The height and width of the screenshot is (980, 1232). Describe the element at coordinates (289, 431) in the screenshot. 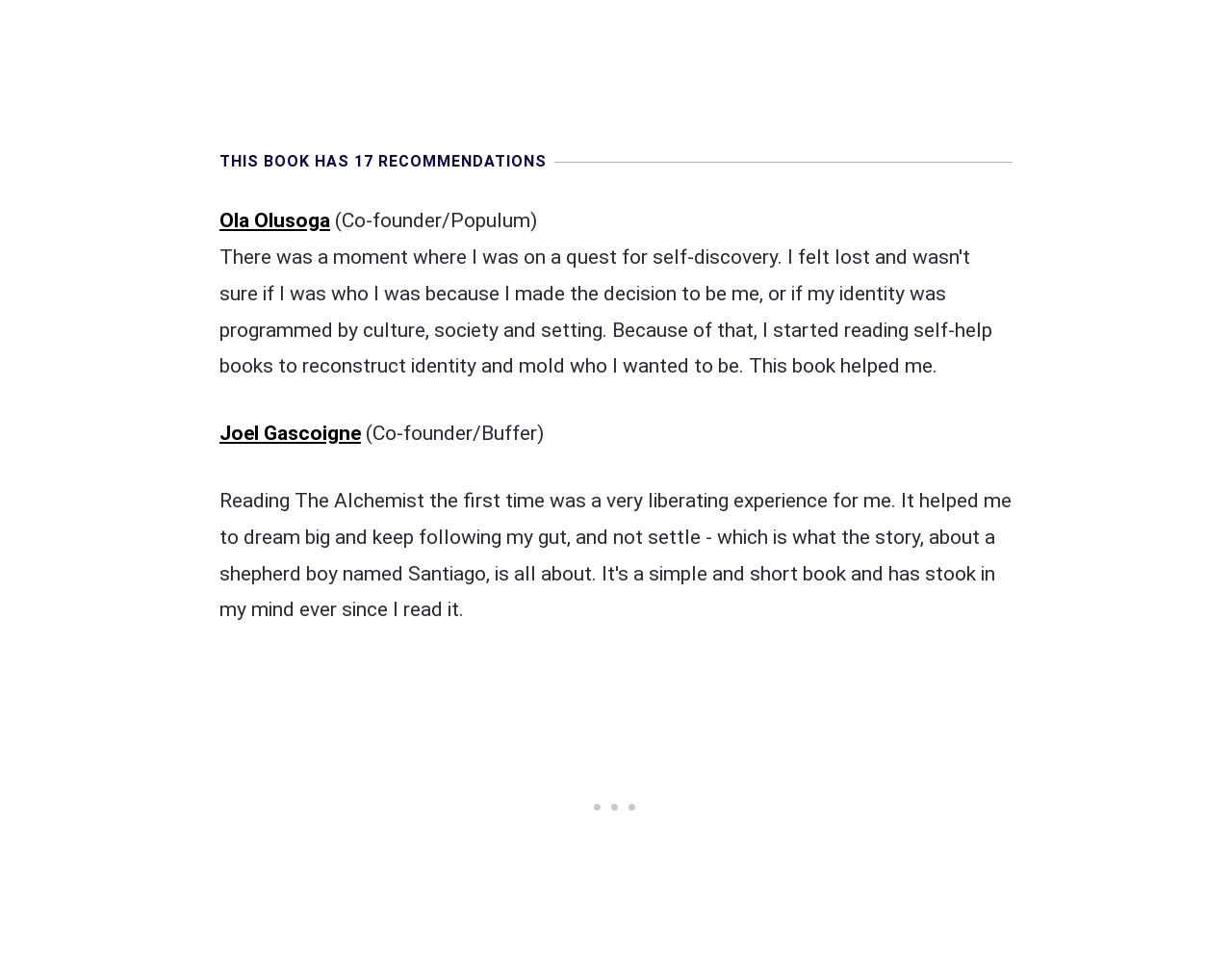

I see `'Joel Gascoigne'` at that location.